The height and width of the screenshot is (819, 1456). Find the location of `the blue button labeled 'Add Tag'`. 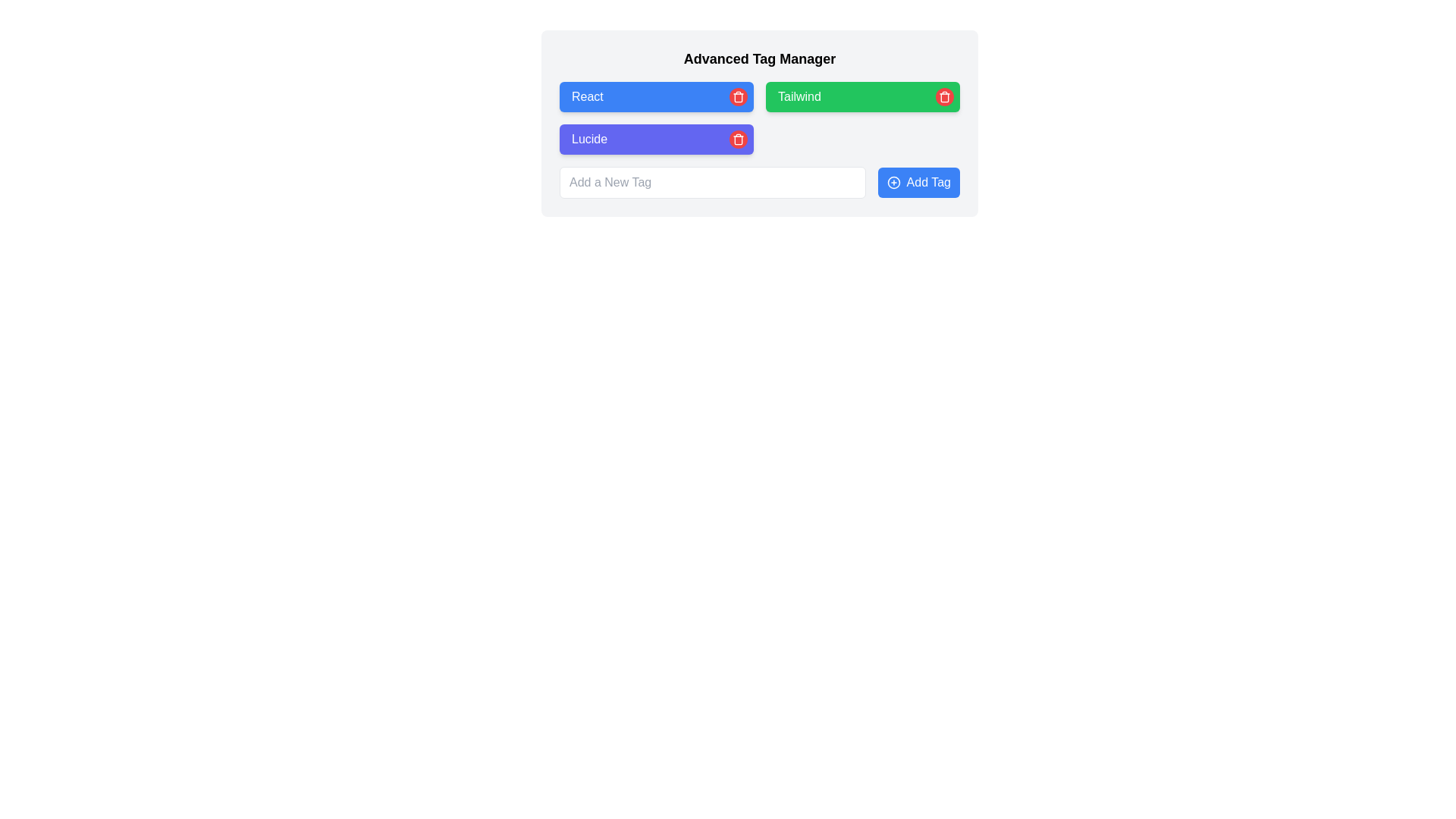

the blue button labeled 'Add Tag' is located at coordinates (918, 181).